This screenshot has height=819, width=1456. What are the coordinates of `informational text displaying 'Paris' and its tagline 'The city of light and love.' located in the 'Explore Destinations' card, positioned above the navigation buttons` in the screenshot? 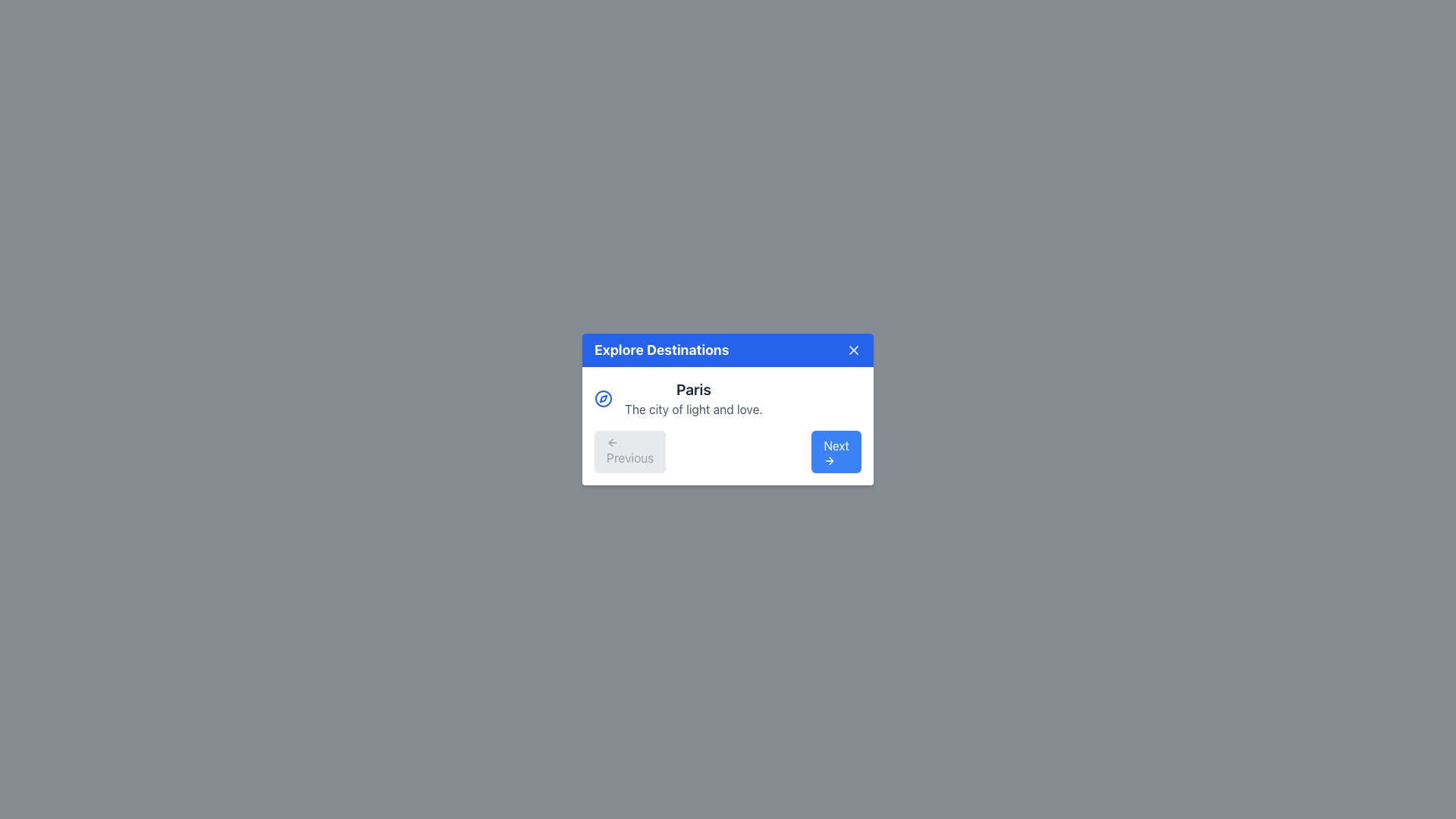 It's located at (728, 397).